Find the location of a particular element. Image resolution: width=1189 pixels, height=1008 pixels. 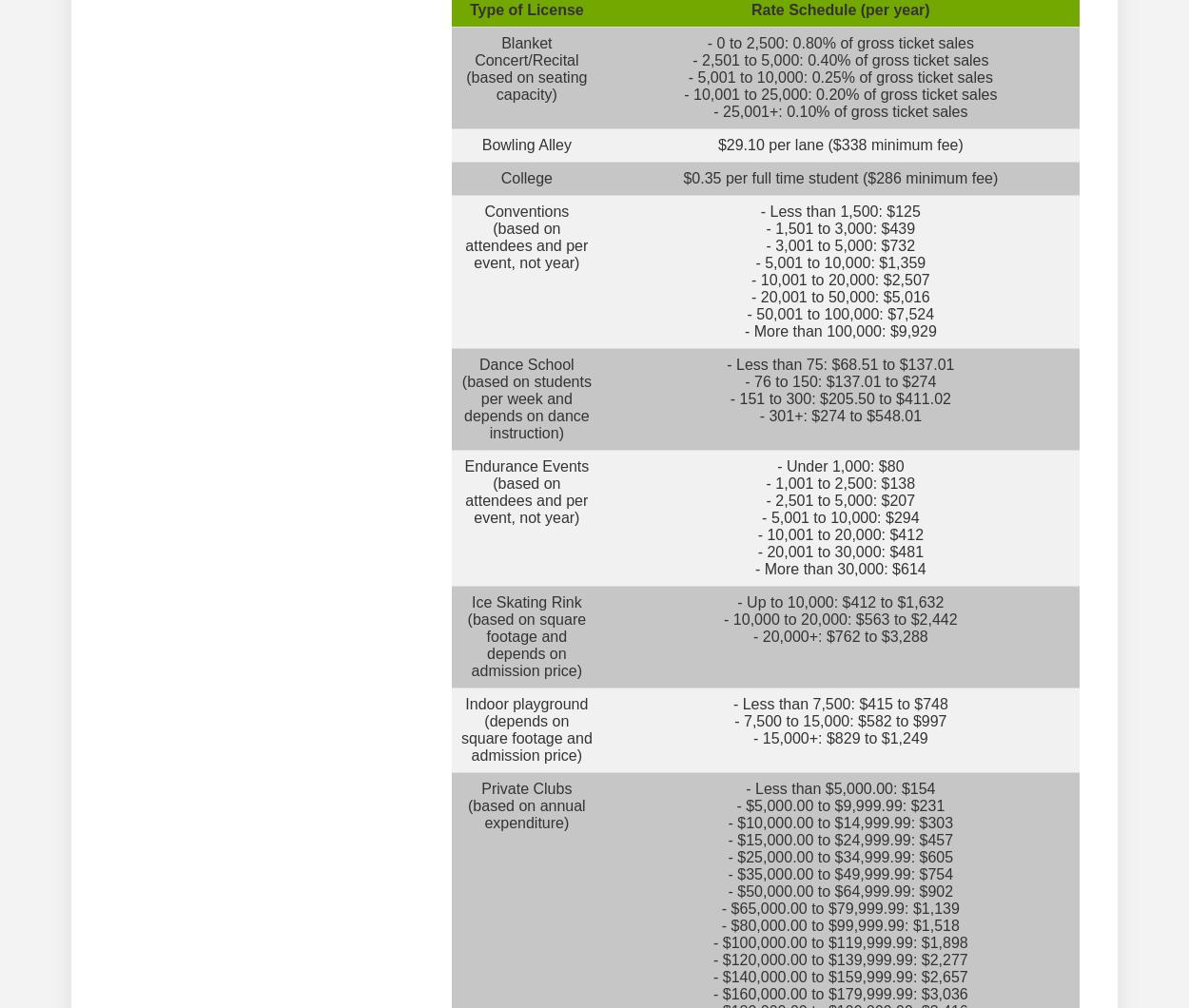

'- 76 to 150: $137.01 to $274' is located at coordinates (840, 380).